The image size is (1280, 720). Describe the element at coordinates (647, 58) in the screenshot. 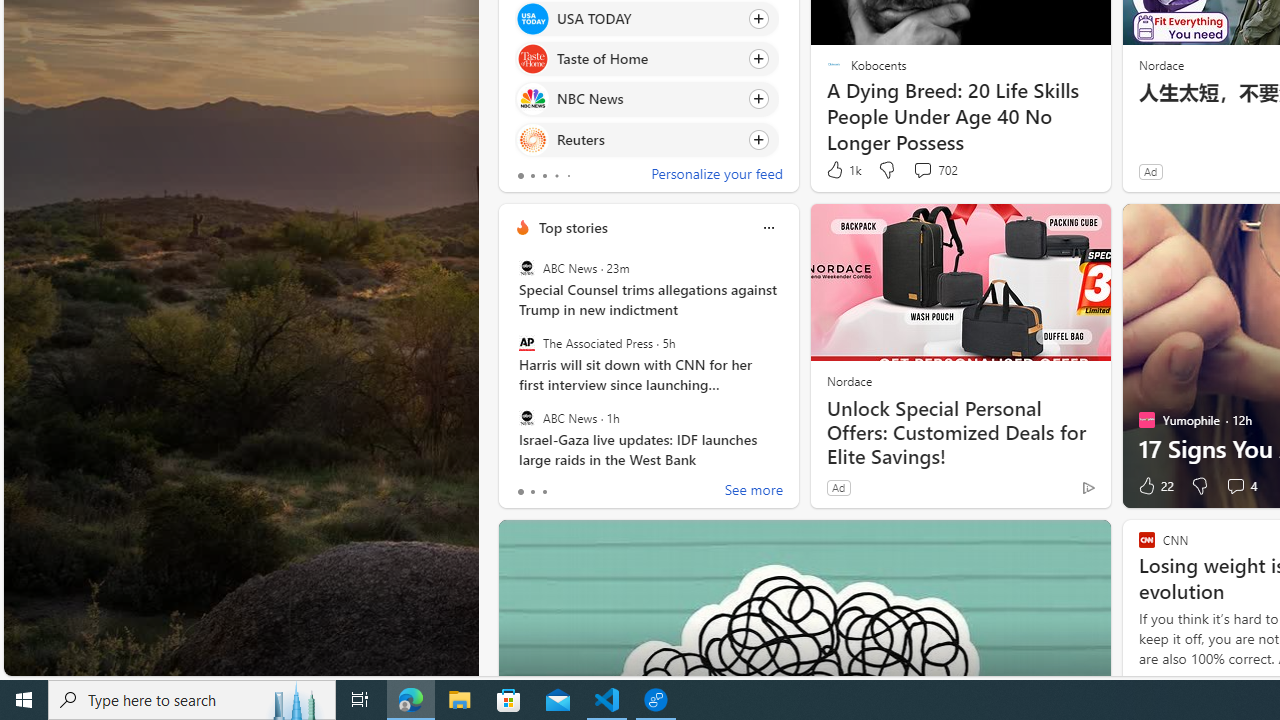

I see `'Click to follow source Taste of Home'` at that location.